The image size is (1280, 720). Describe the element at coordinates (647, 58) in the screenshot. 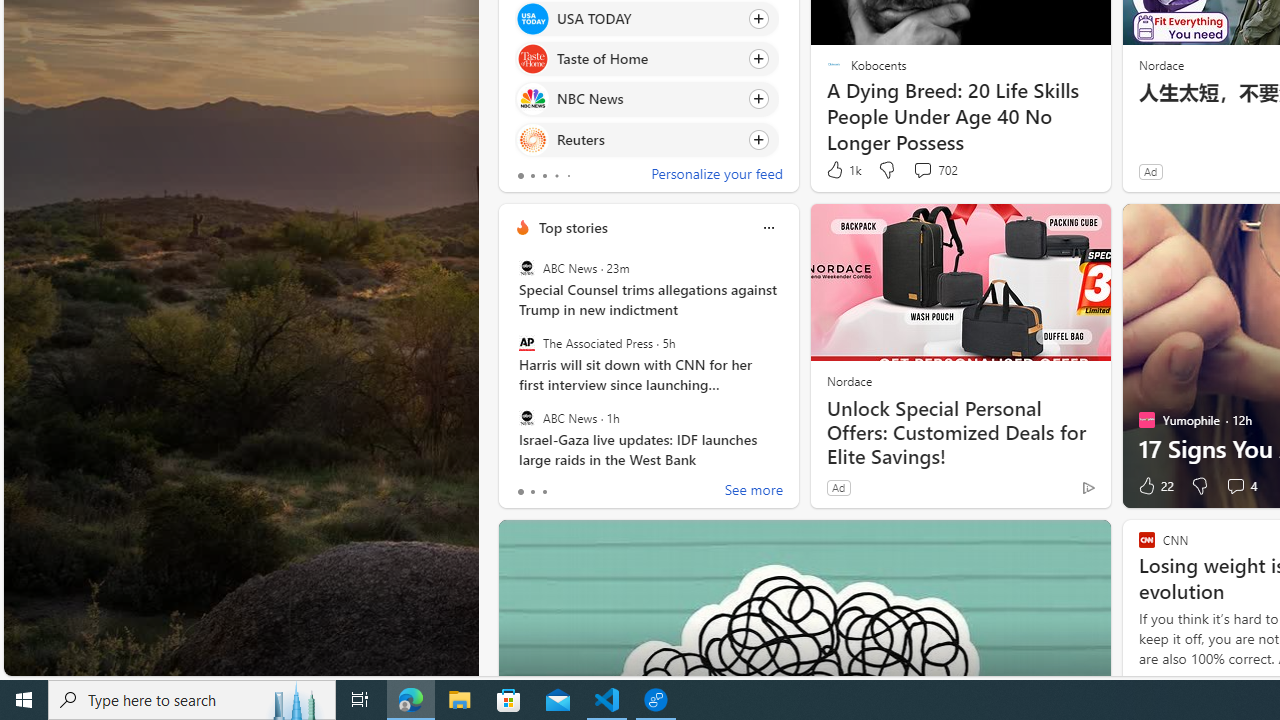

I see `'Click to follow source Taste of Home'` at that location.